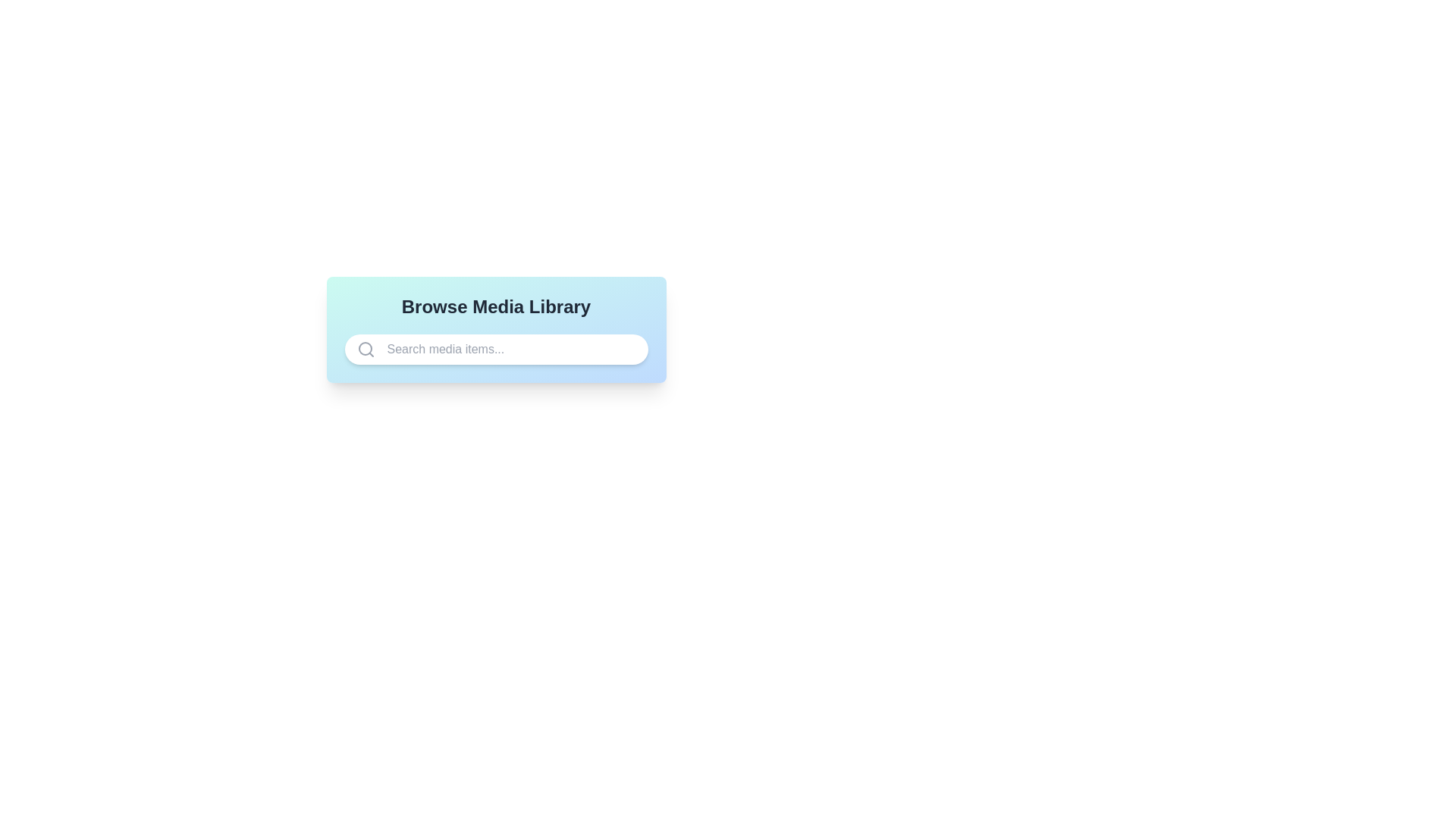  What do you see at coordinates (365, 348) in the screenshot?
I see `the central circle of the magnifying glass icon, which represents the lens of the search icon, located to the left of the search input field` at bounding box center [365, 348].